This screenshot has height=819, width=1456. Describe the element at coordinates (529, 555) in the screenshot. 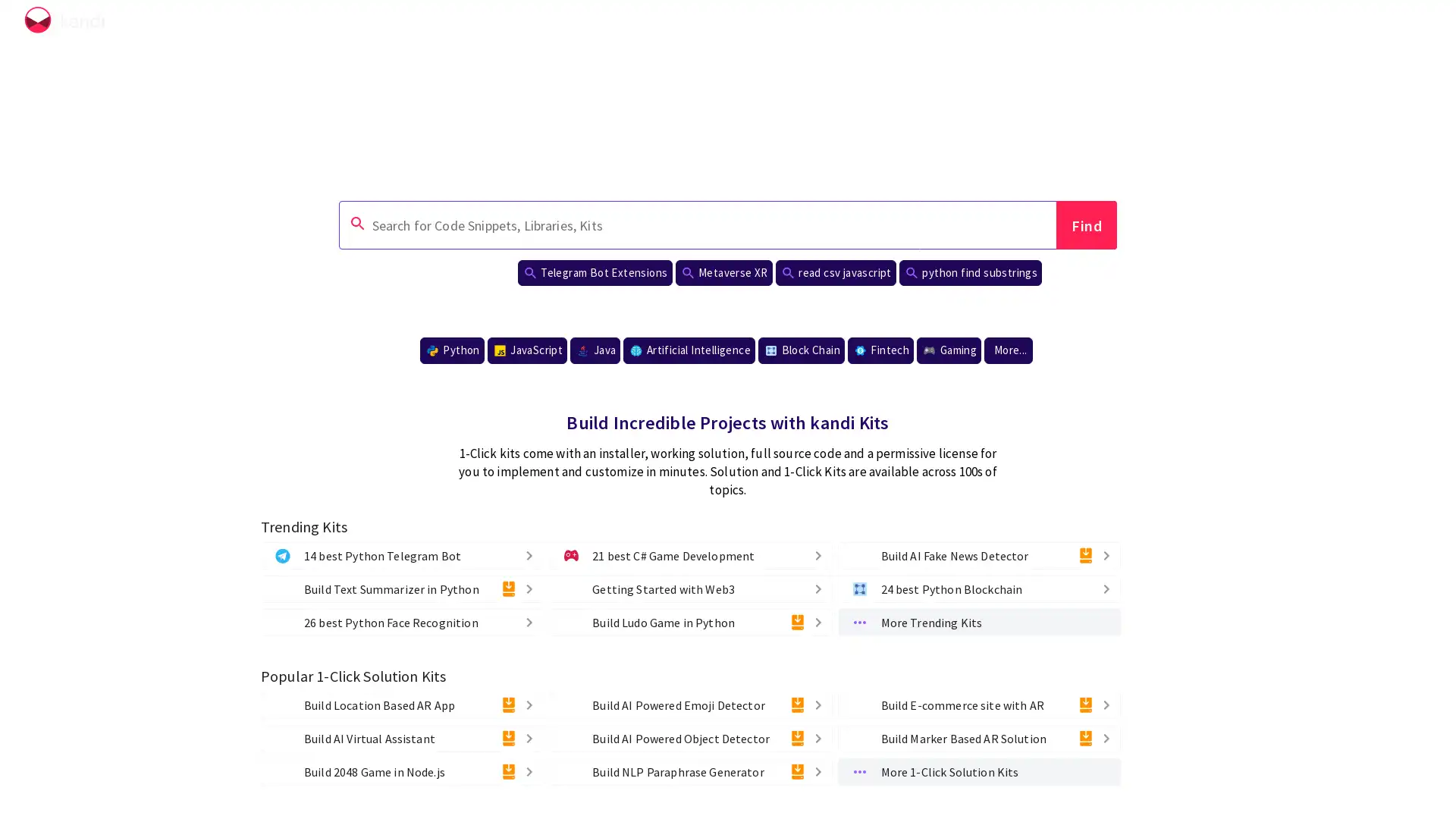

I see `delete` at that location.